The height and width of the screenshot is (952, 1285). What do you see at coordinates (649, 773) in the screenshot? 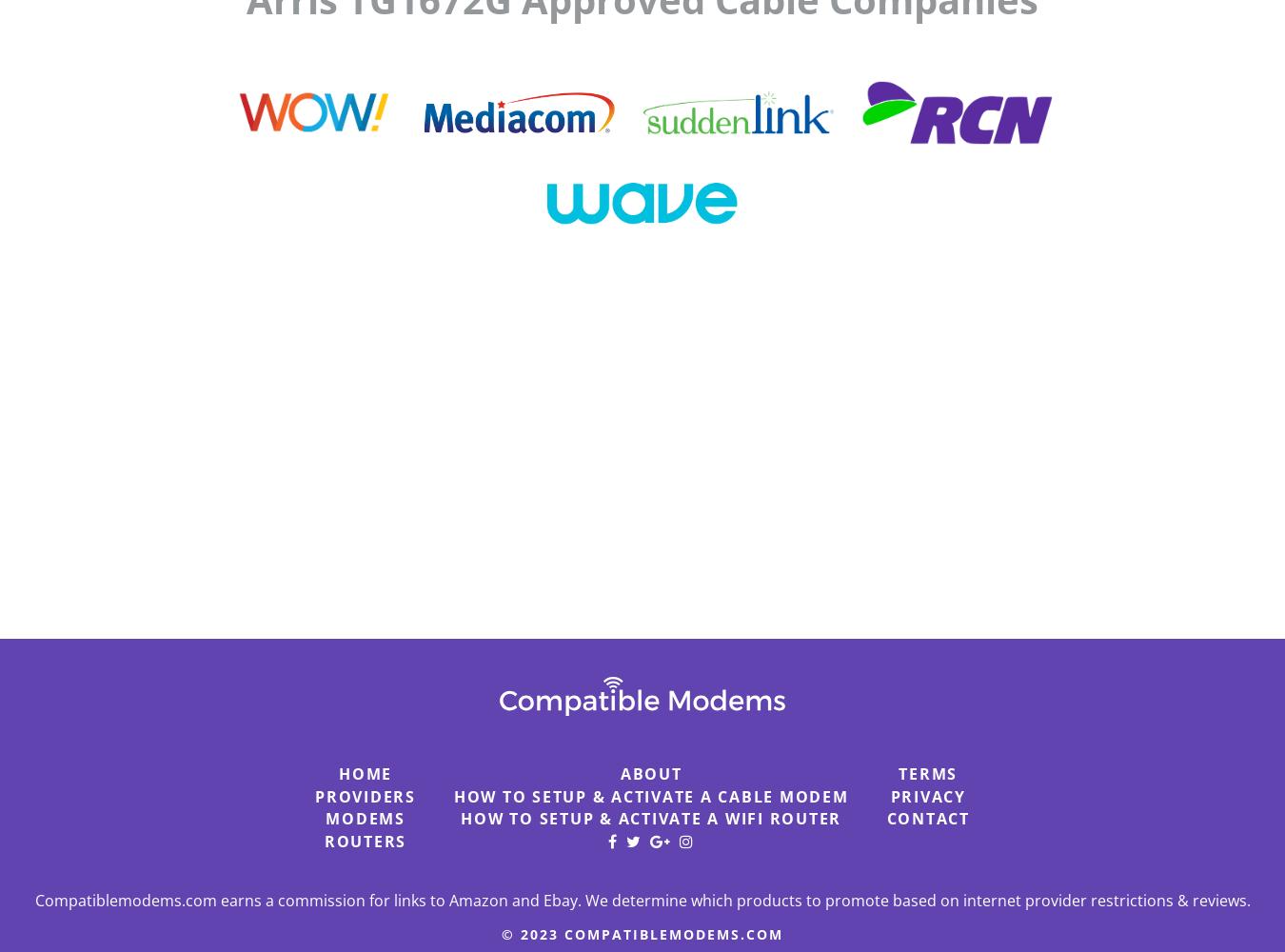
I see `'About'` at bounding box center [649, 773].